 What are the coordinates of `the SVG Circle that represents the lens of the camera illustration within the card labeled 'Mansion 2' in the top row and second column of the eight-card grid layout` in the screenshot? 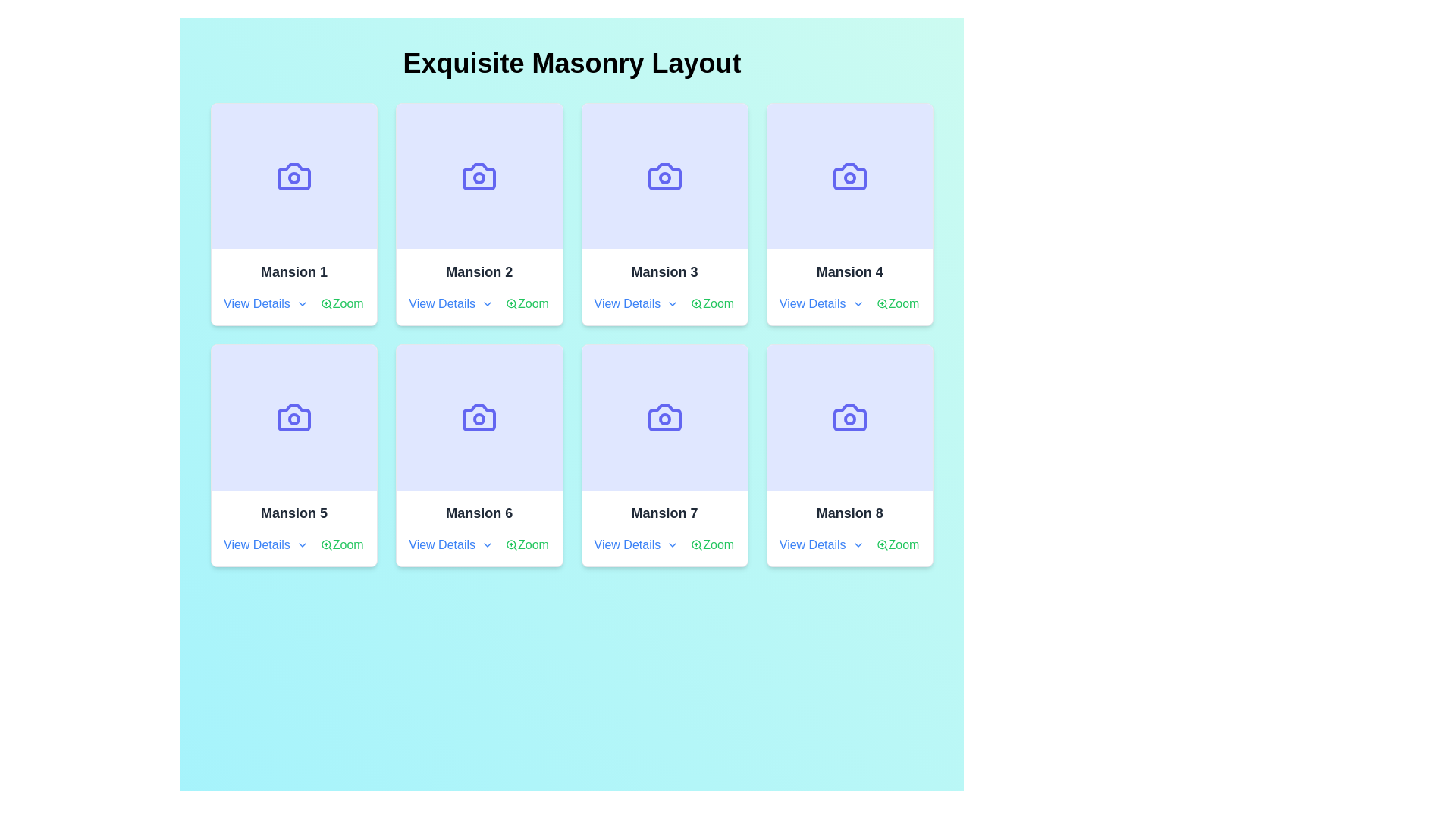 It's located at (479, 177).